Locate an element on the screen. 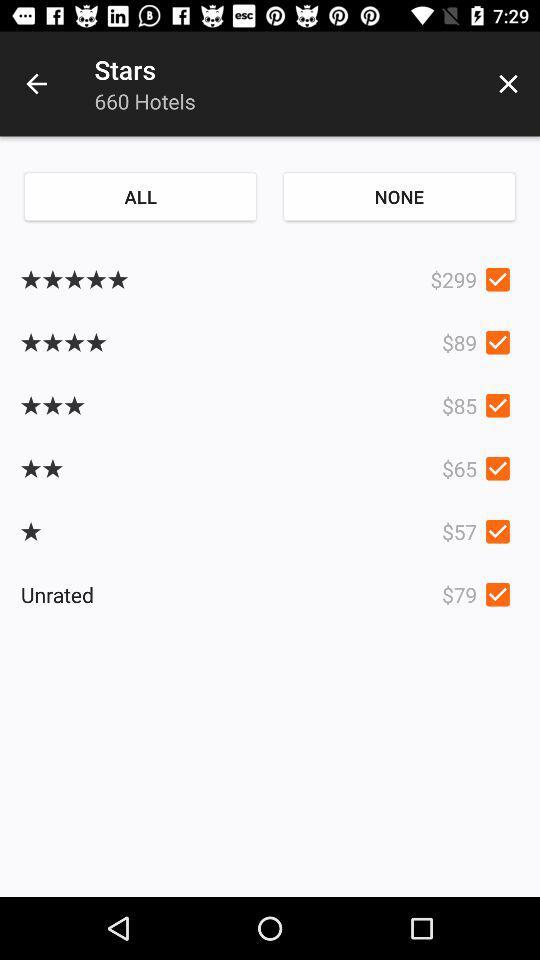 The image size is (540, 960). the item to the right of the 660 hotels icon is located at coordinates (508, 84).